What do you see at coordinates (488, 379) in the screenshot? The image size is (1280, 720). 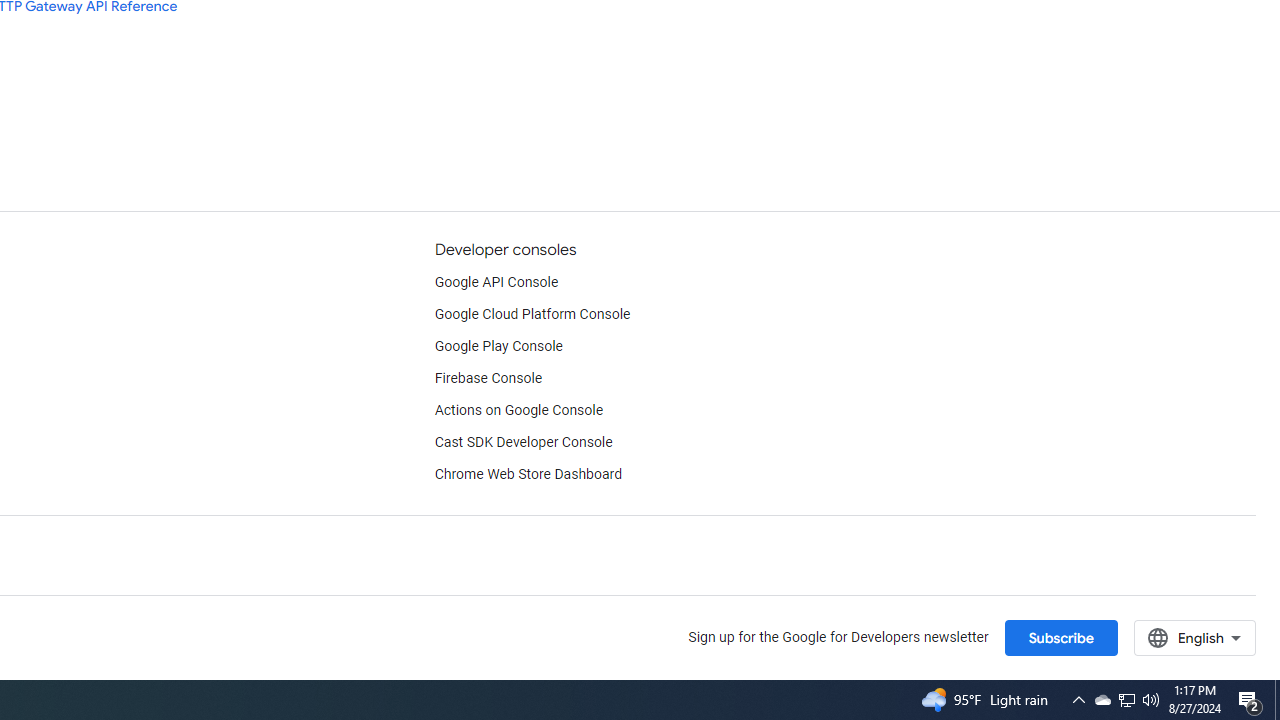 I see `'Firebase Console'` at bounding box center [488, 379].